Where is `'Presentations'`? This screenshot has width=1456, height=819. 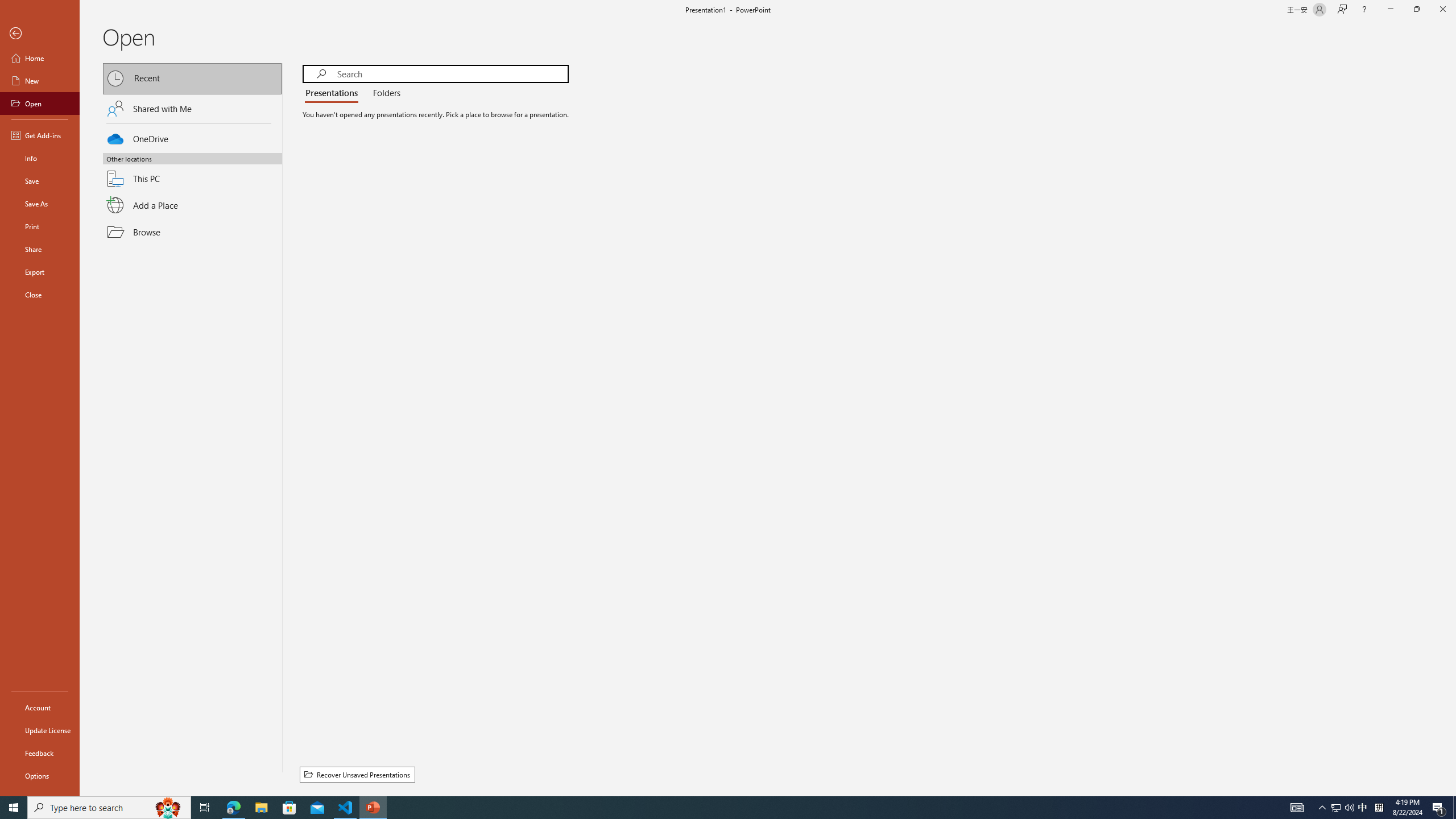 'Presentations' is located at coordinates (334, 93).